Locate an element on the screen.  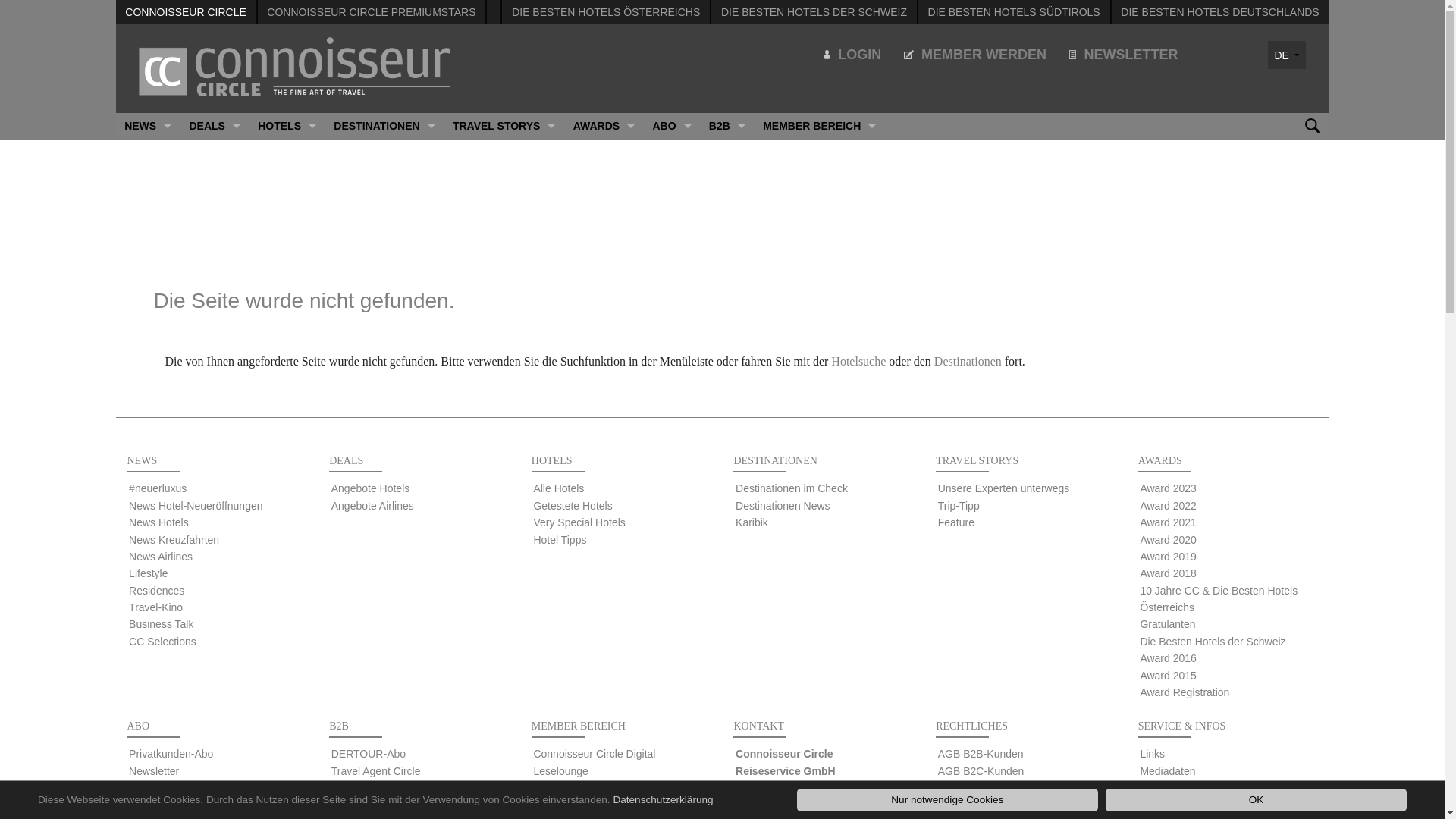
'Karibik' is located at coordinates (735, 522).